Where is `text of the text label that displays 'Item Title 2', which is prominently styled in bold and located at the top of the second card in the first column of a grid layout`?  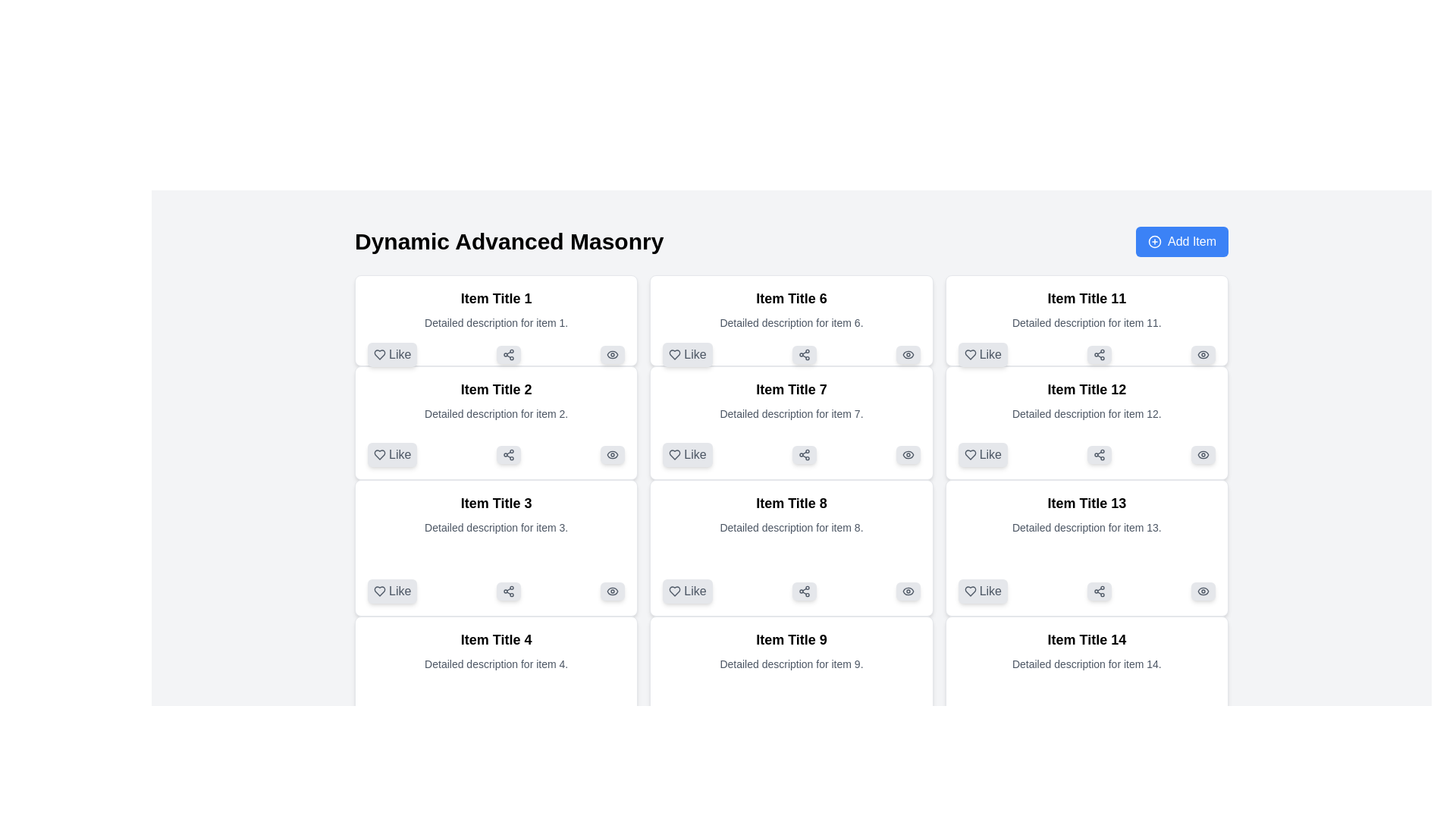
text of the text label that displays 'Item Title 2', which is prominently styled in bold and located at the top of the second card in the first column of a grid layout is located at coordinates (496, 388).